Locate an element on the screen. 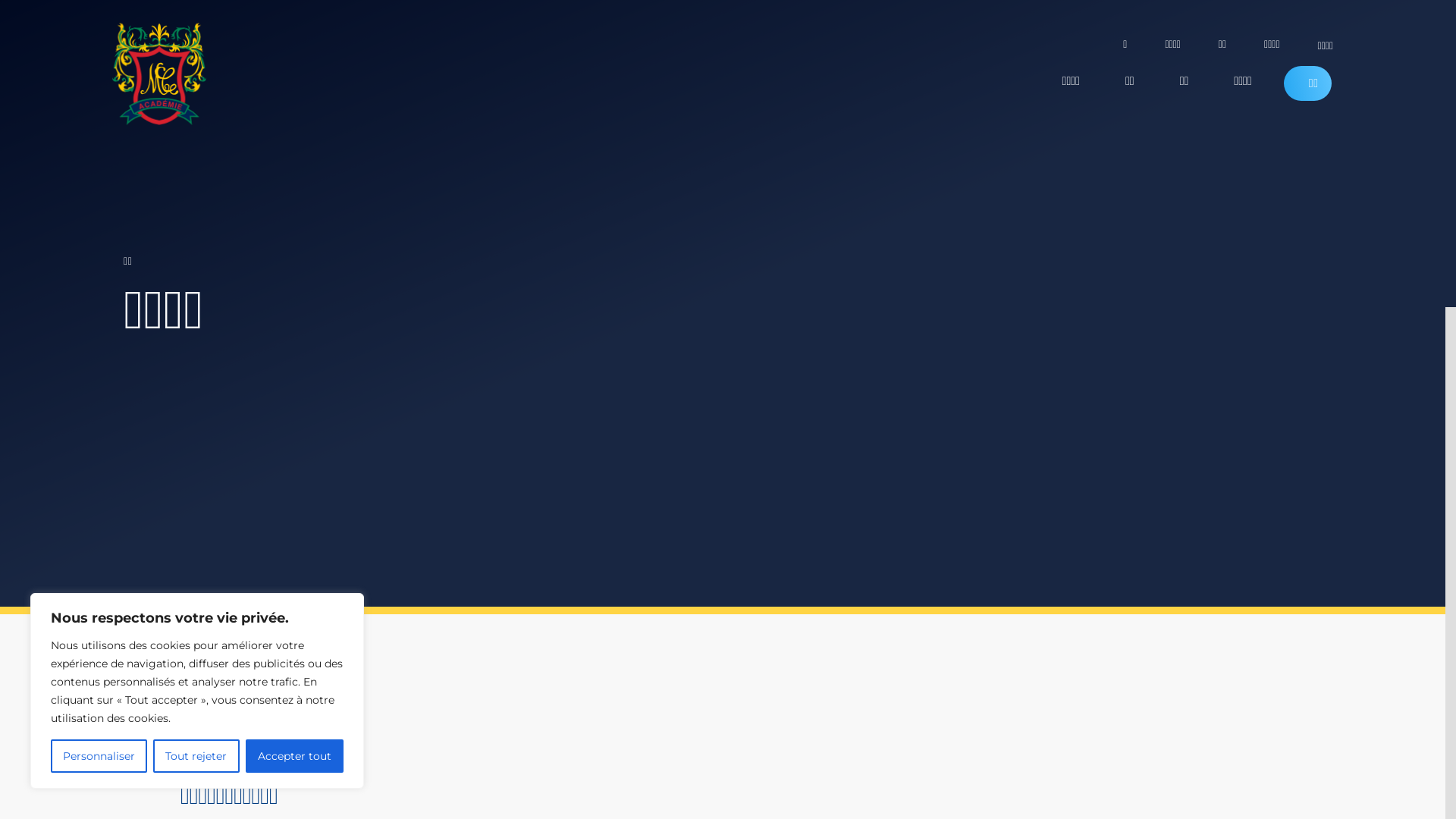 This screenshot has width=1456, height=819. 'Accepter tout' is located at coordinates (294, 755).